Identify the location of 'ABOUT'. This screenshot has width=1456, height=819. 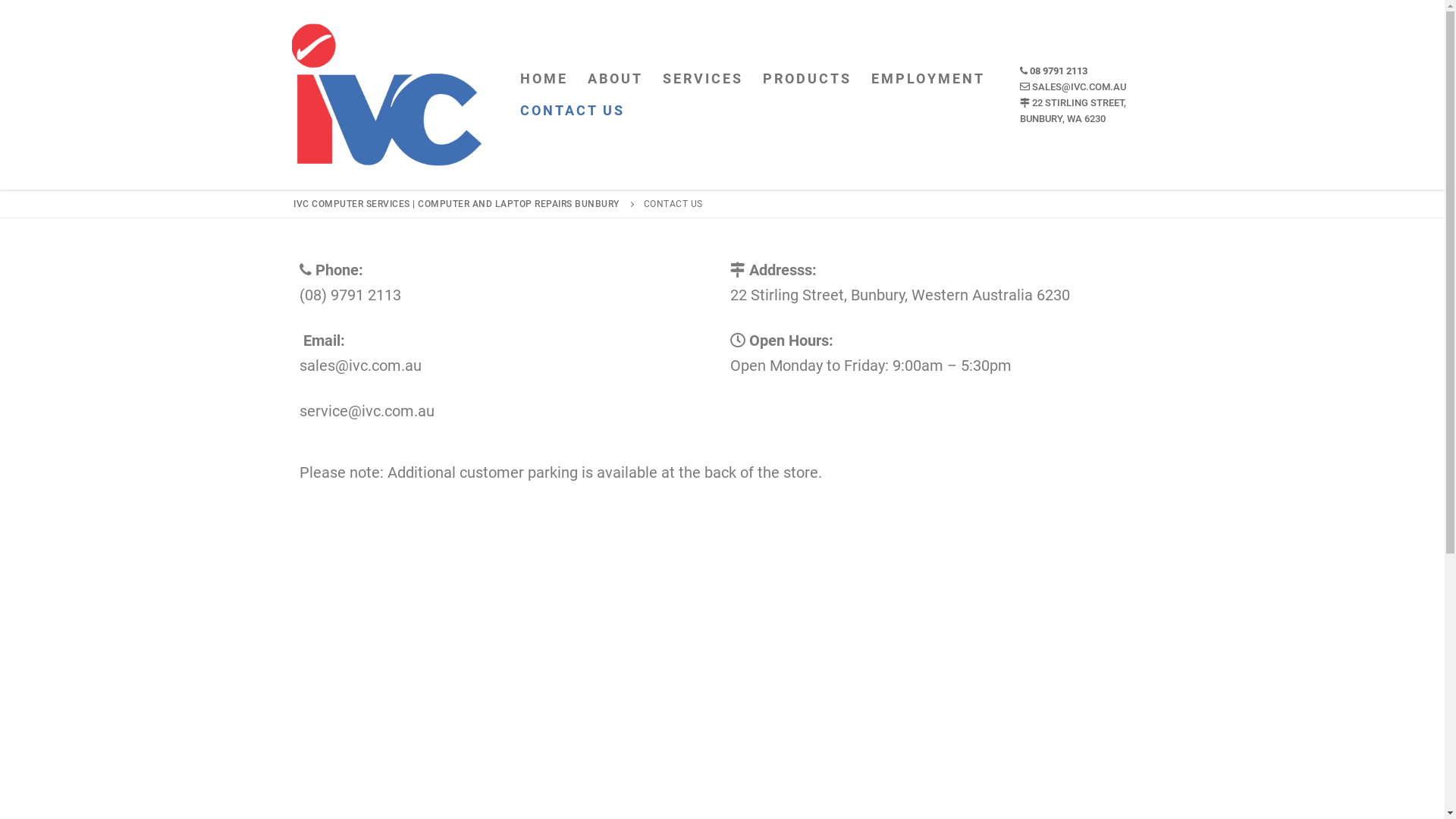
(615, 79).